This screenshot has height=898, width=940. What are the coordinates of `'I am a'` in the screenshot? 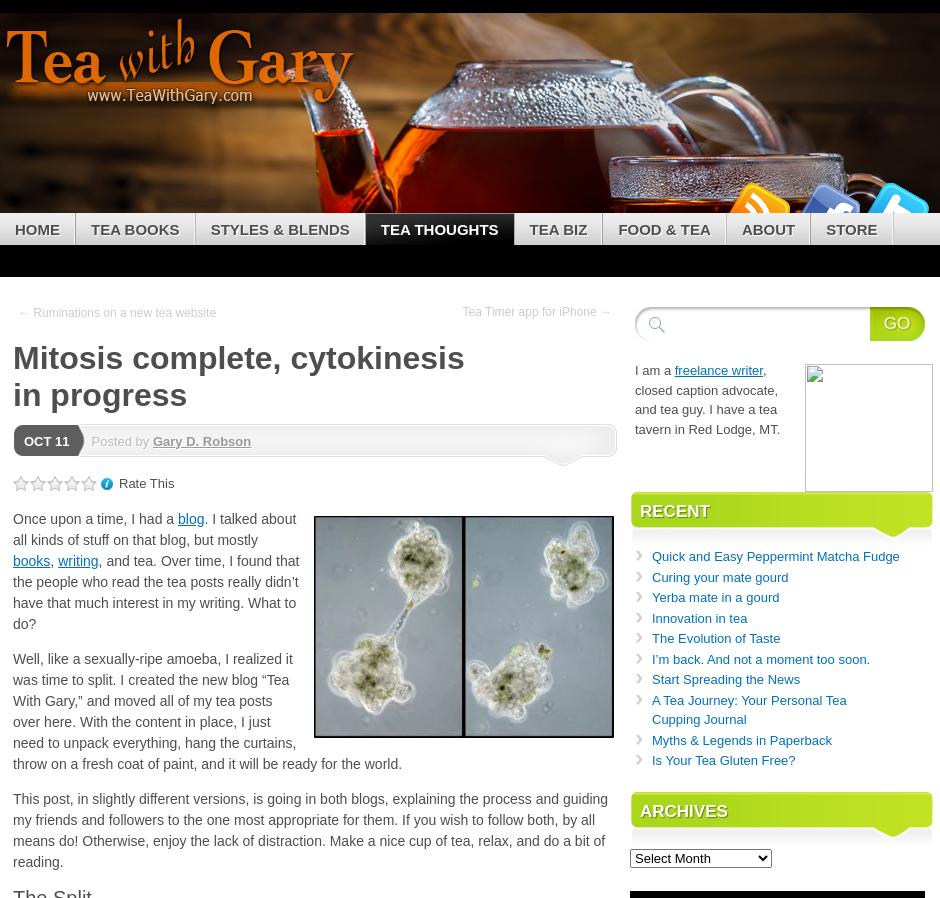 It's located at (634, 370).